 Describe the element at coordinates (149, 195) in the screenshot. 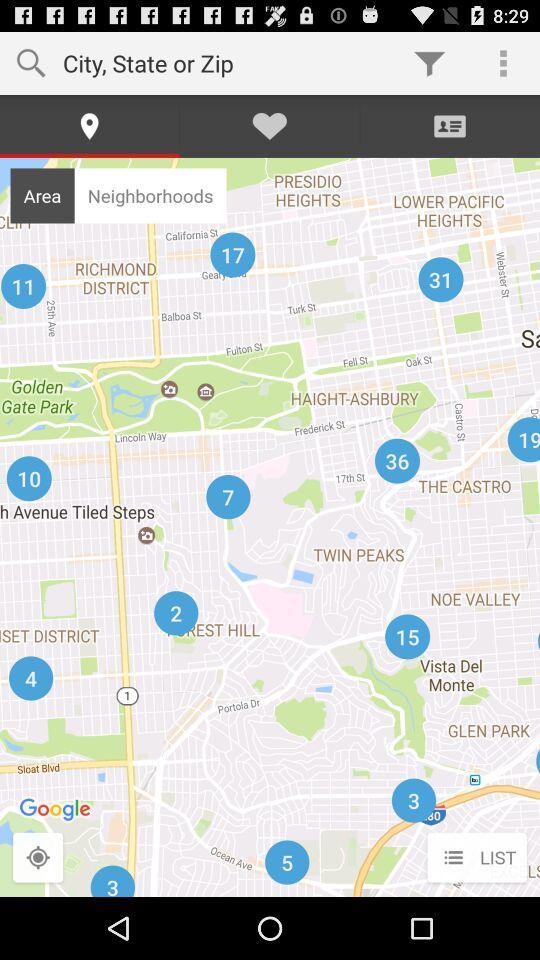

I see `icon to the right of area icon` at that location.